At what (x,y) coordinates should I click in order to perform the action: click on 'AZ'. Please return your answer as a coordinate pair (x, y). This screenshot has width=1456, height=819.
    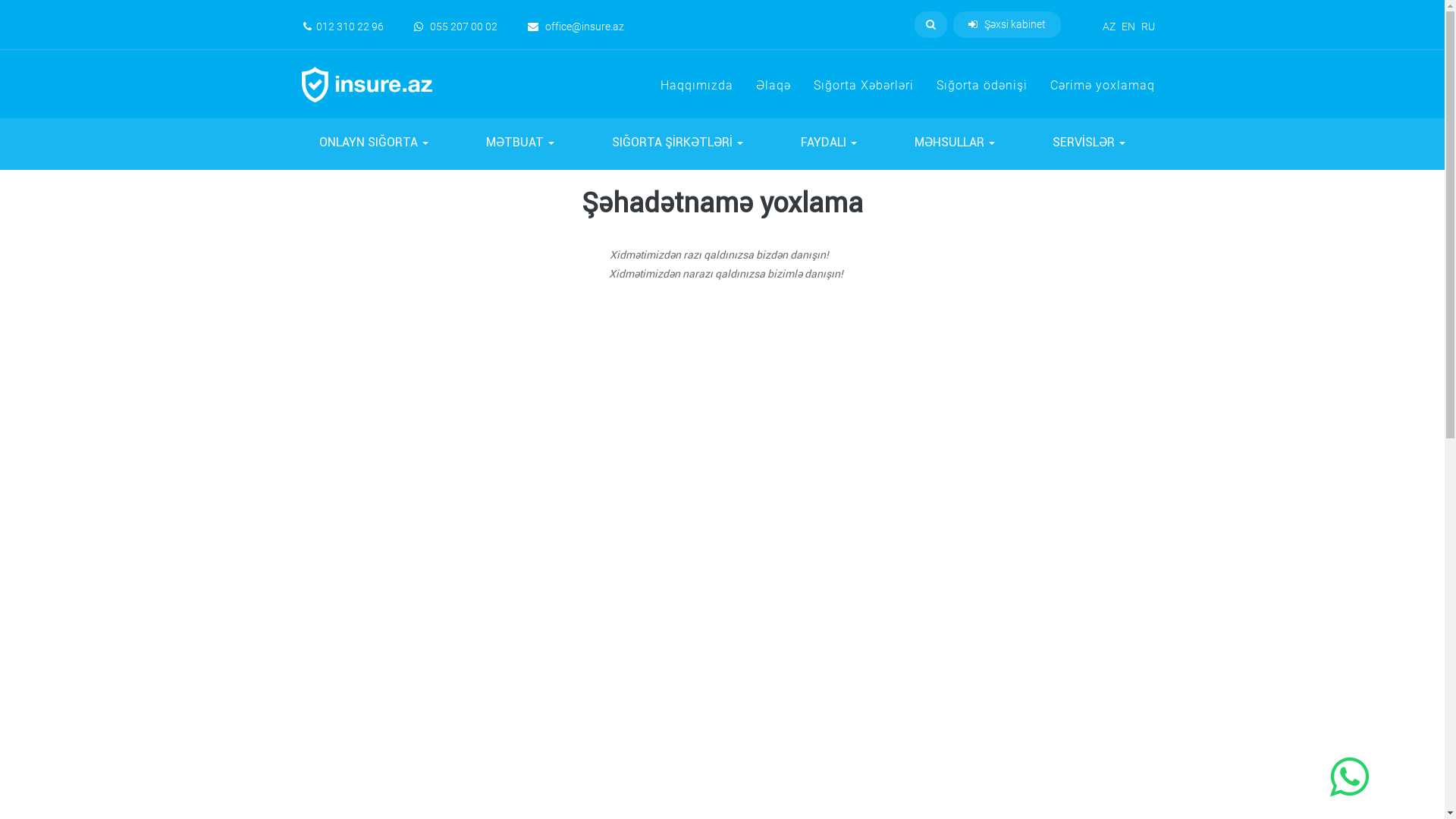
    Looking at the image, I should click on (1109, 26).